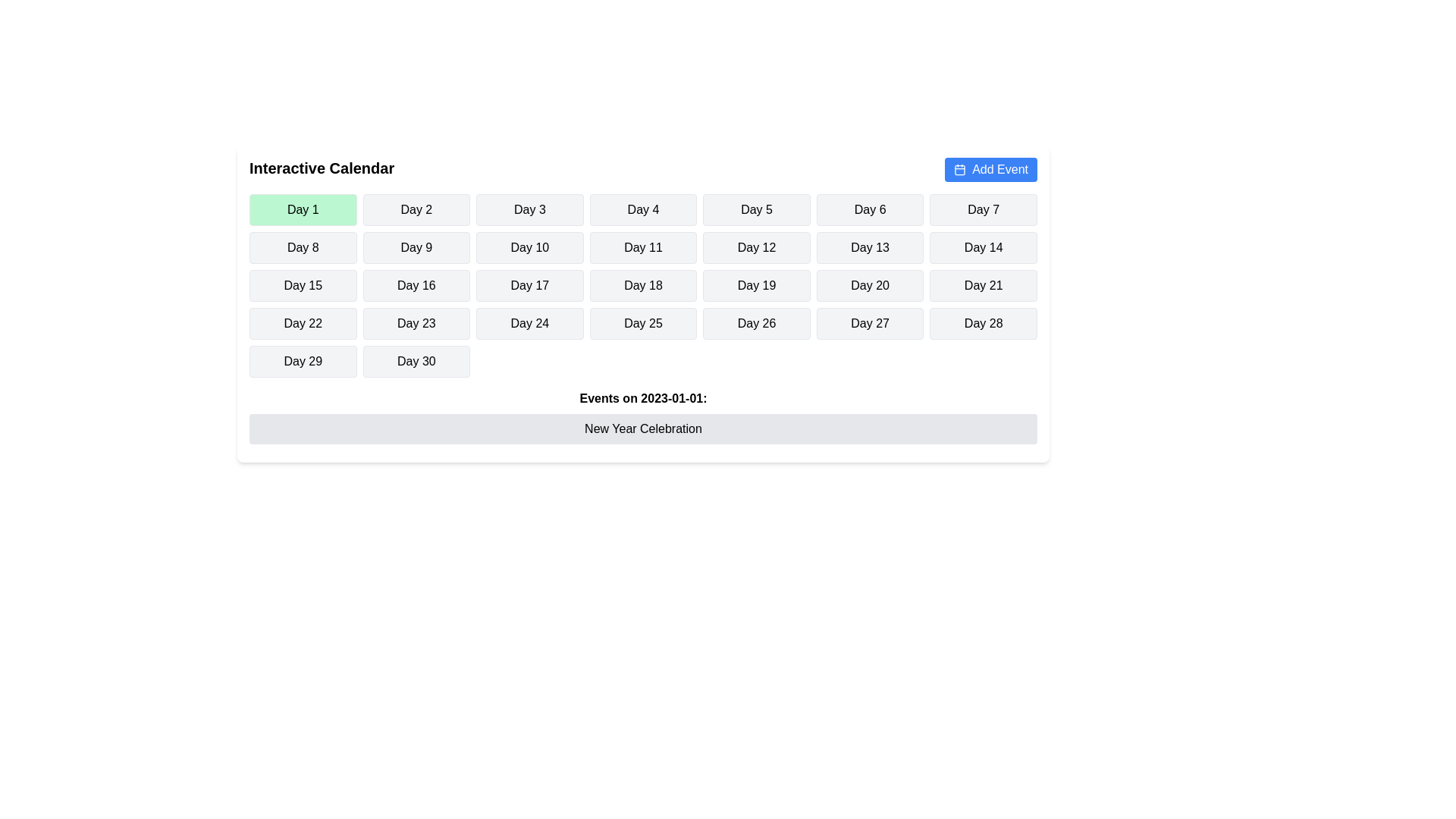 This screenshot has width=1456, height=819. Describe the element at coordinates (870, 323) in the screenshot. I see `the button representing the 27th day in the calendar interface` at that location.